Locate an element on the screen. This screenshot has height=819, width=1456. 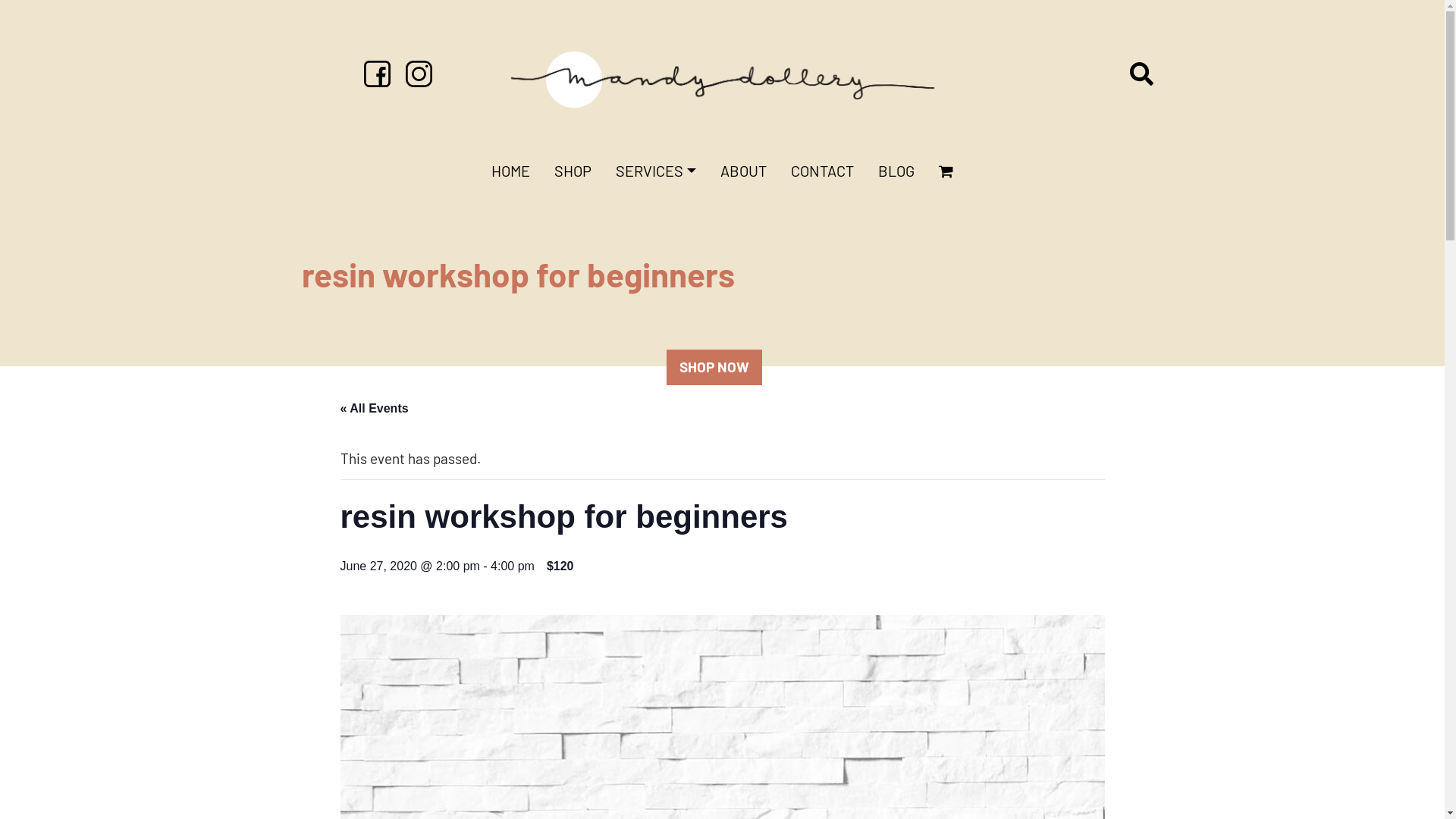
'Facebook' is located at coordinates (377, 71).